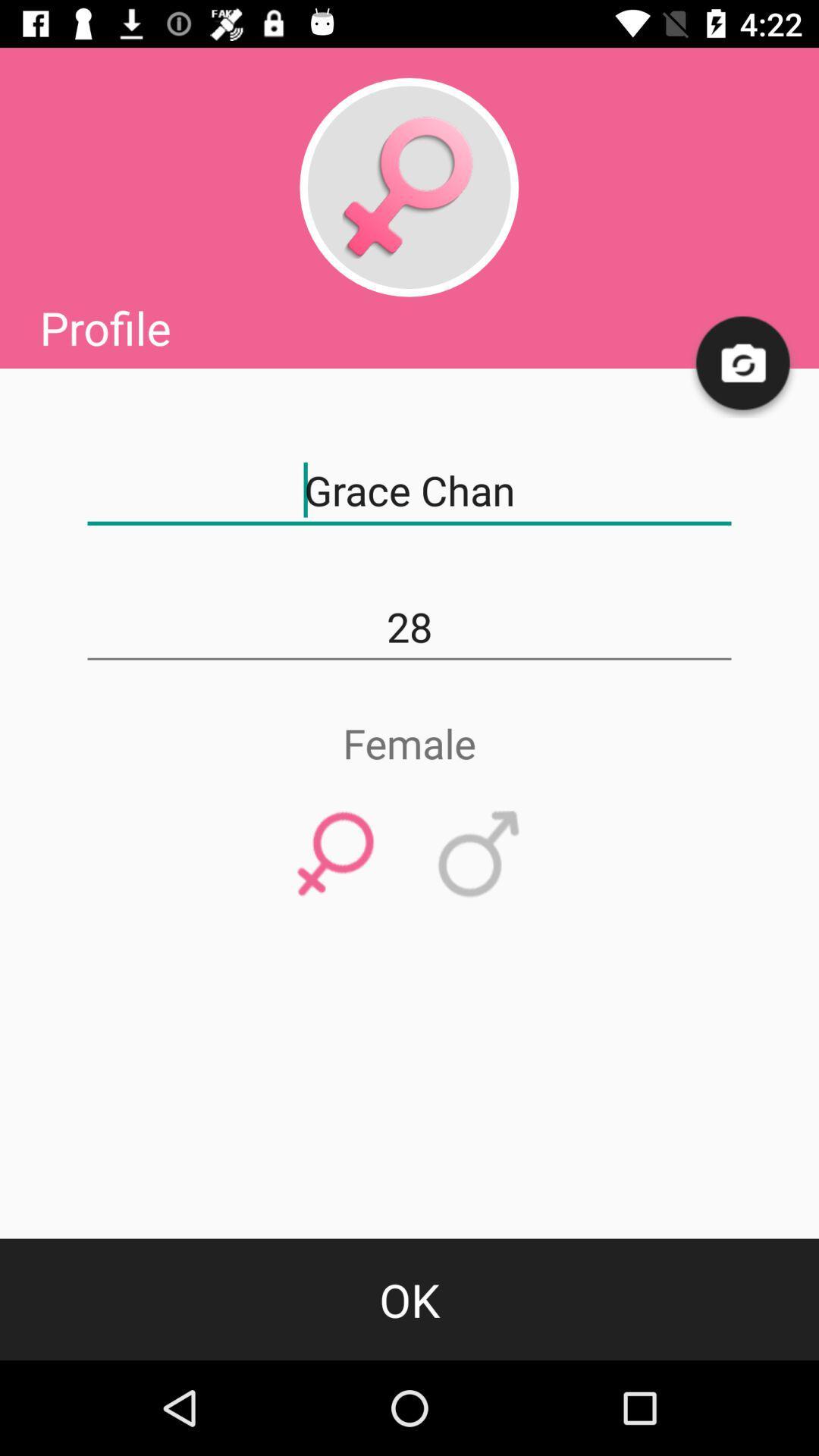 Image resolution: width=819 pixels, height=1456 pixels. What do you see at coordinates (743, 364) in the screenshot?
I see `the photo icon` at bounding box center [743, 364].